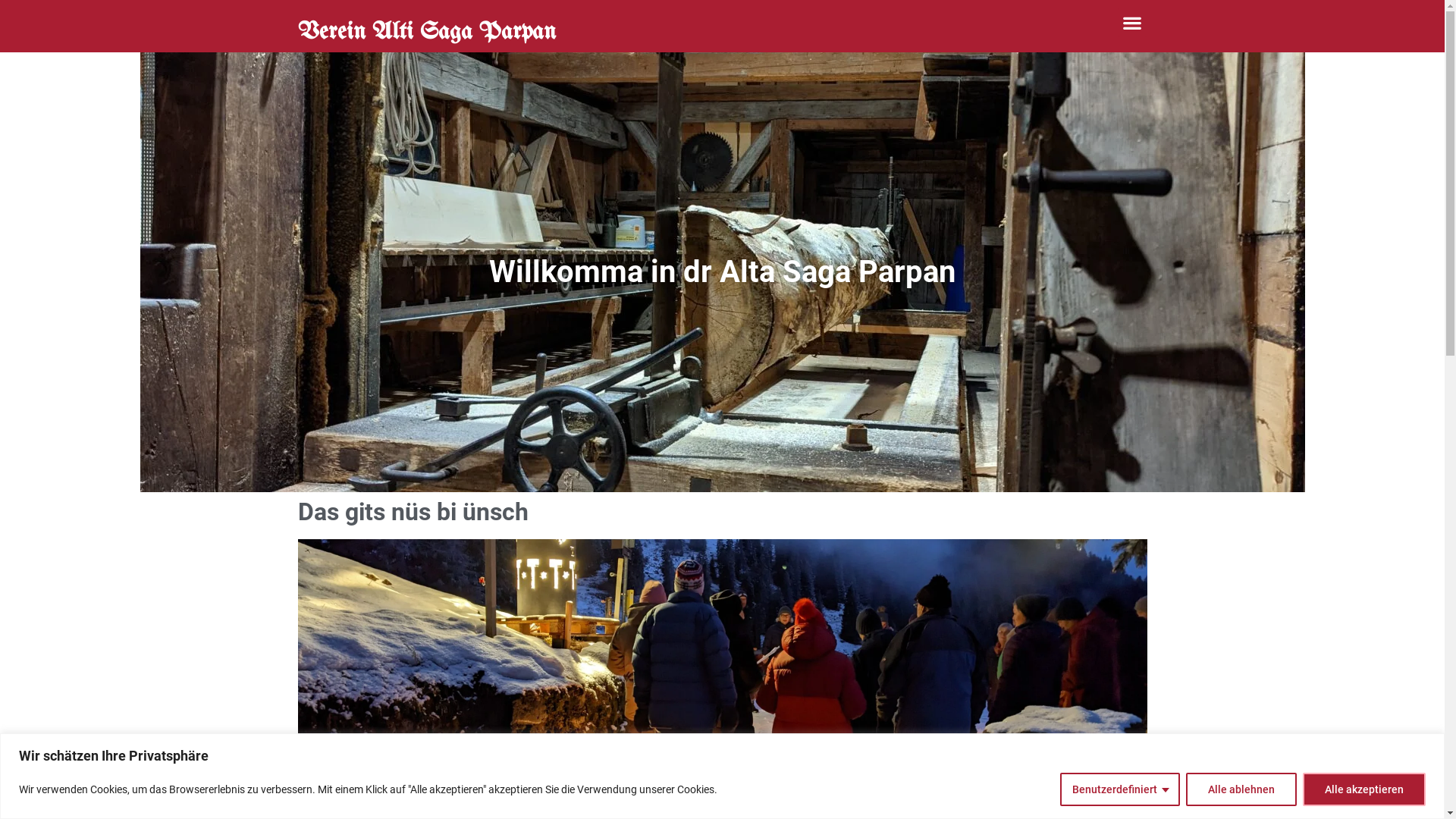  Describe the element at coordinates (1120, 788) in the screenshot. I see `'Benutzerdefiniert'` at that location.